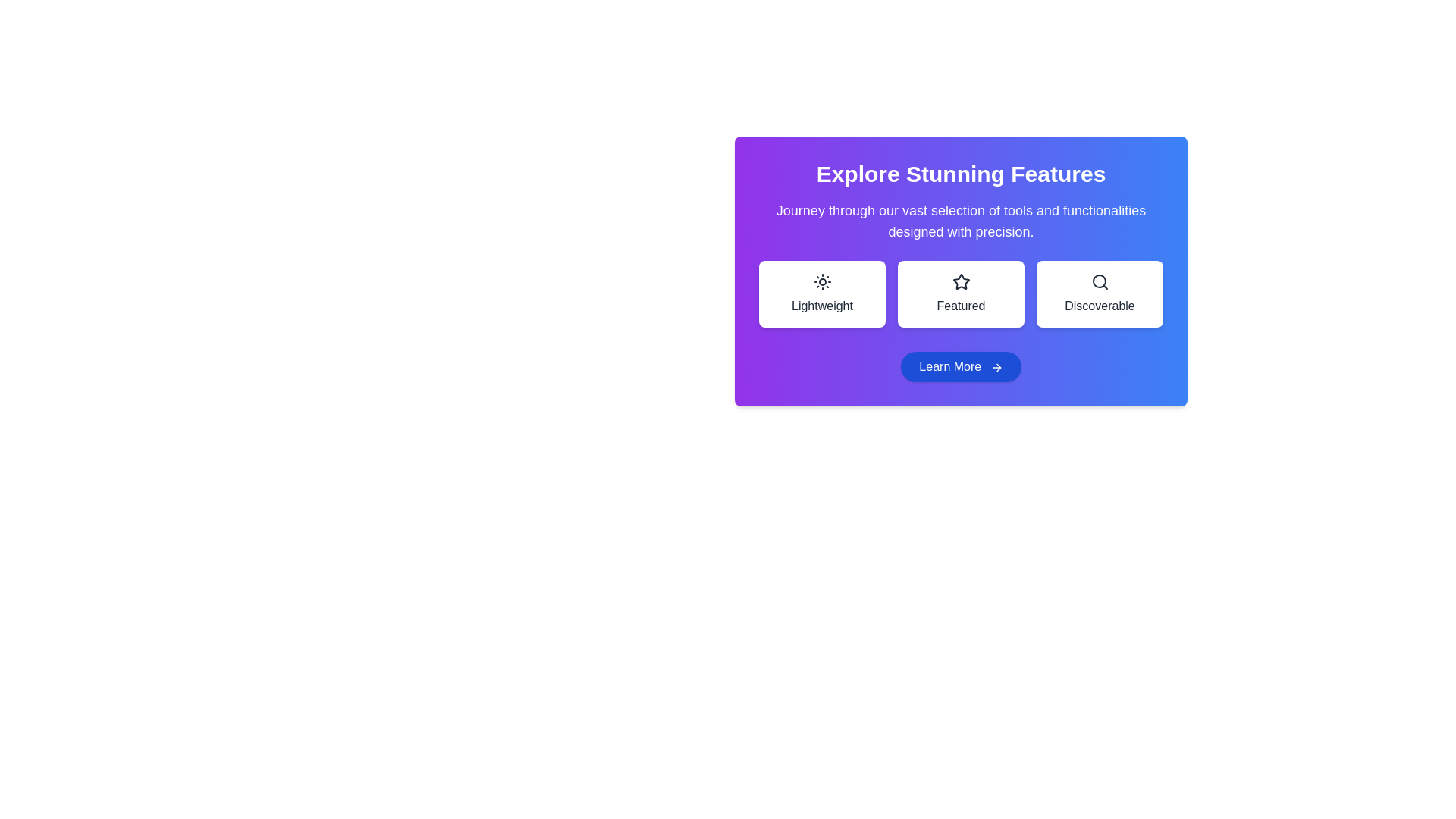 The image size is (1456, 819). Describe the element at coordinates (998, 367) in the screenshot. I see `the visual feedback of the right-pointing arrow icon located inside the 'Learn More' button, positioned to the right of the button's text` at that location.